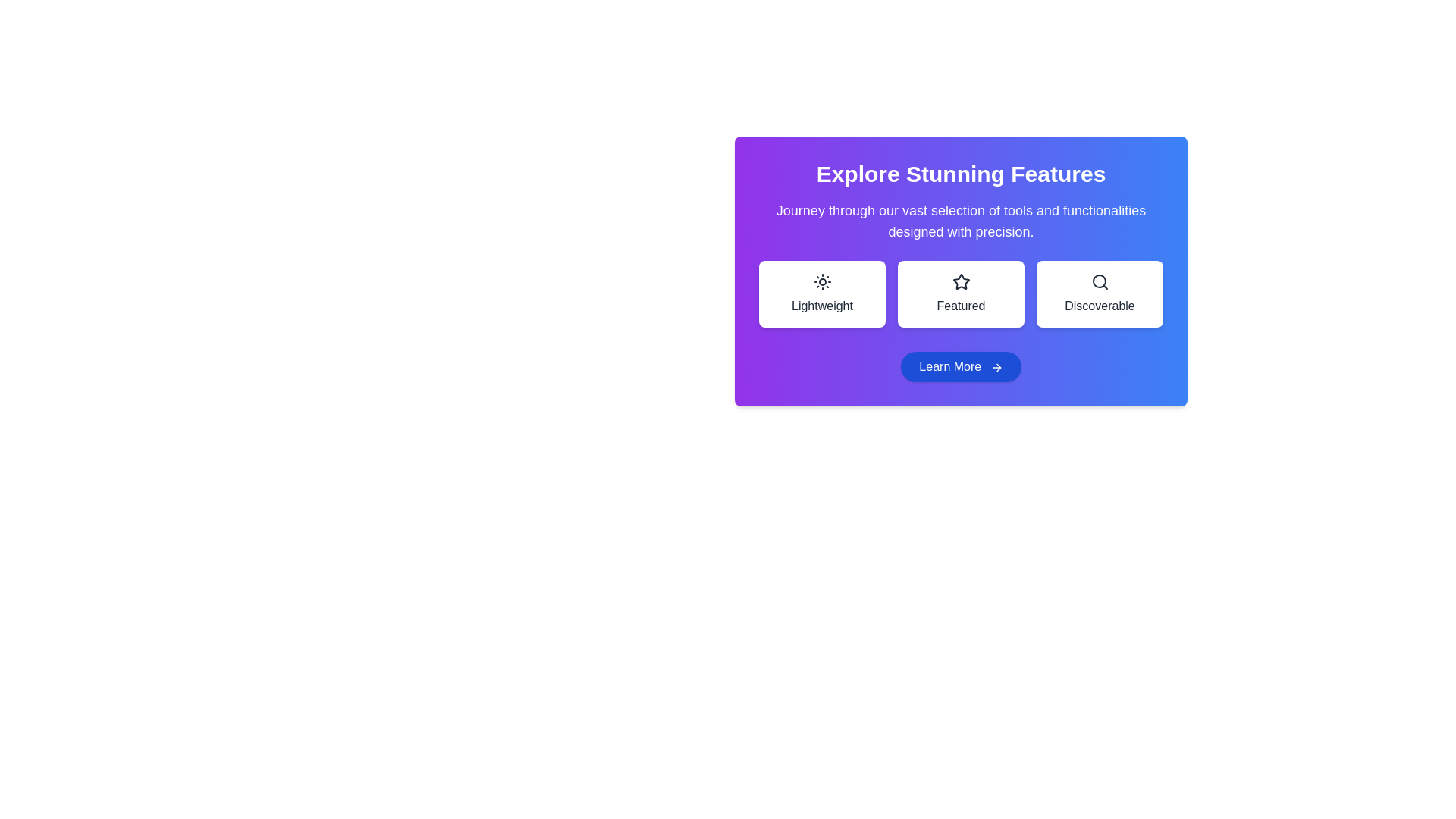 The image size is (1456, 819). Describe the element at coordinates (998, 367) in the screenshot. I see `the visual feedback of the right-pointing arrow icon located inside the 'Learn More' button, positioned to the right of the button's text` at that location.